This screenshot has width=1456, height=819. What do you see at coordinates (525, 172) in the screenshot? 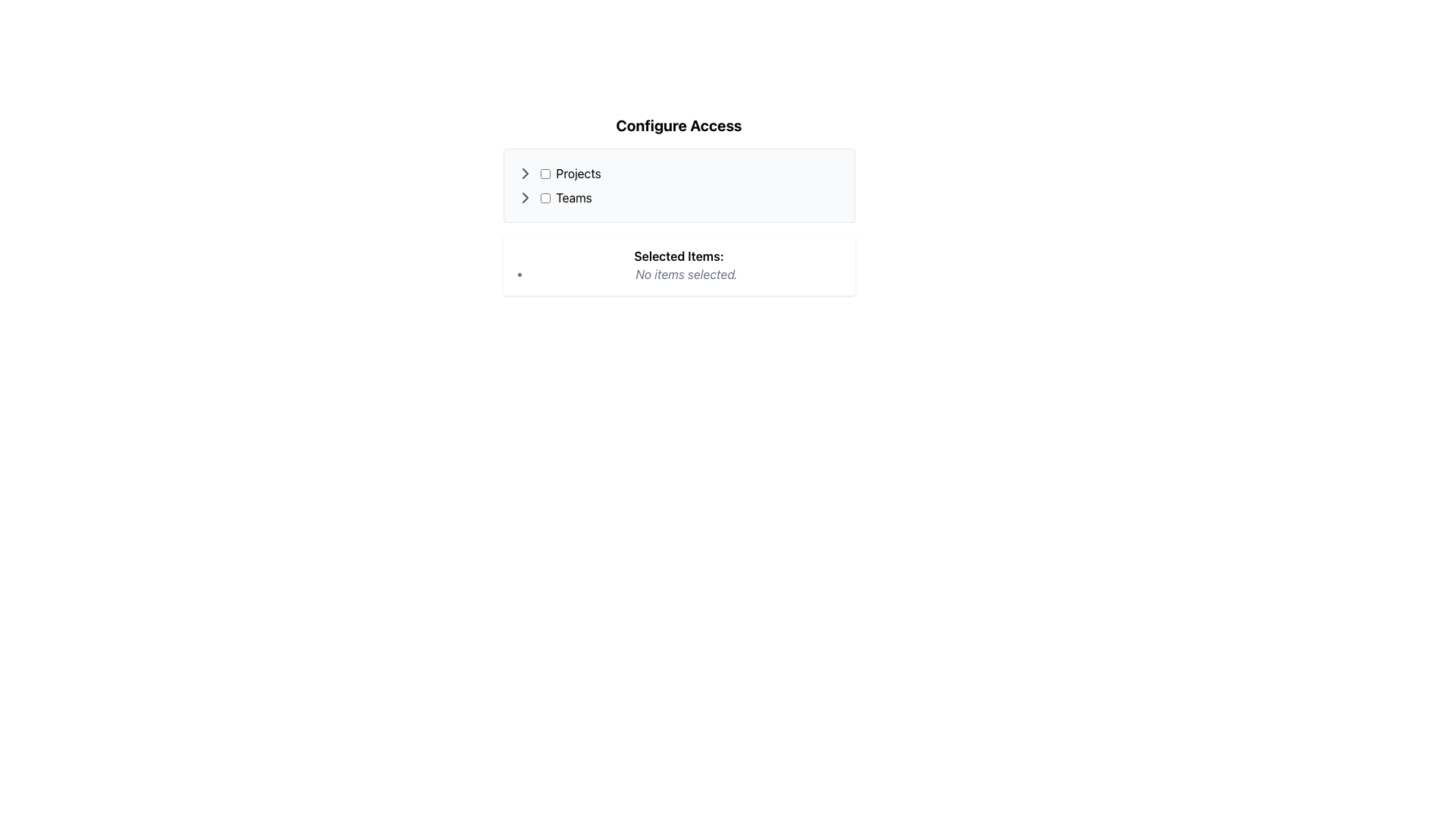
I see `the right-pointing chevron (>) icon in the 'Configure Access' section to get visual feedback` at bounding box center [525, 172].